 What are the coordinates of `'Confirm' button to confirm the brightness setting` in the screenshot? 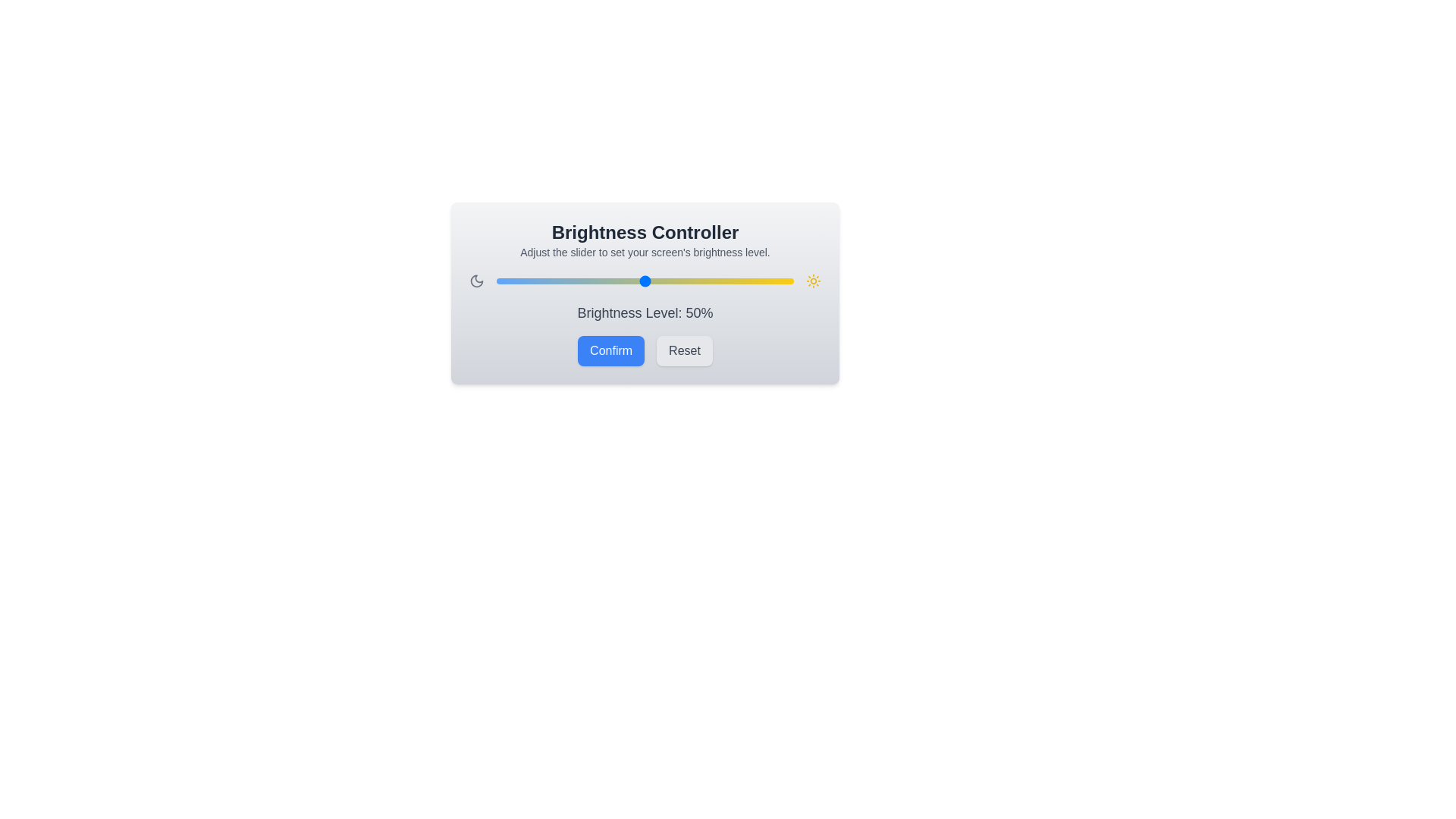 It's located at (611, 350).